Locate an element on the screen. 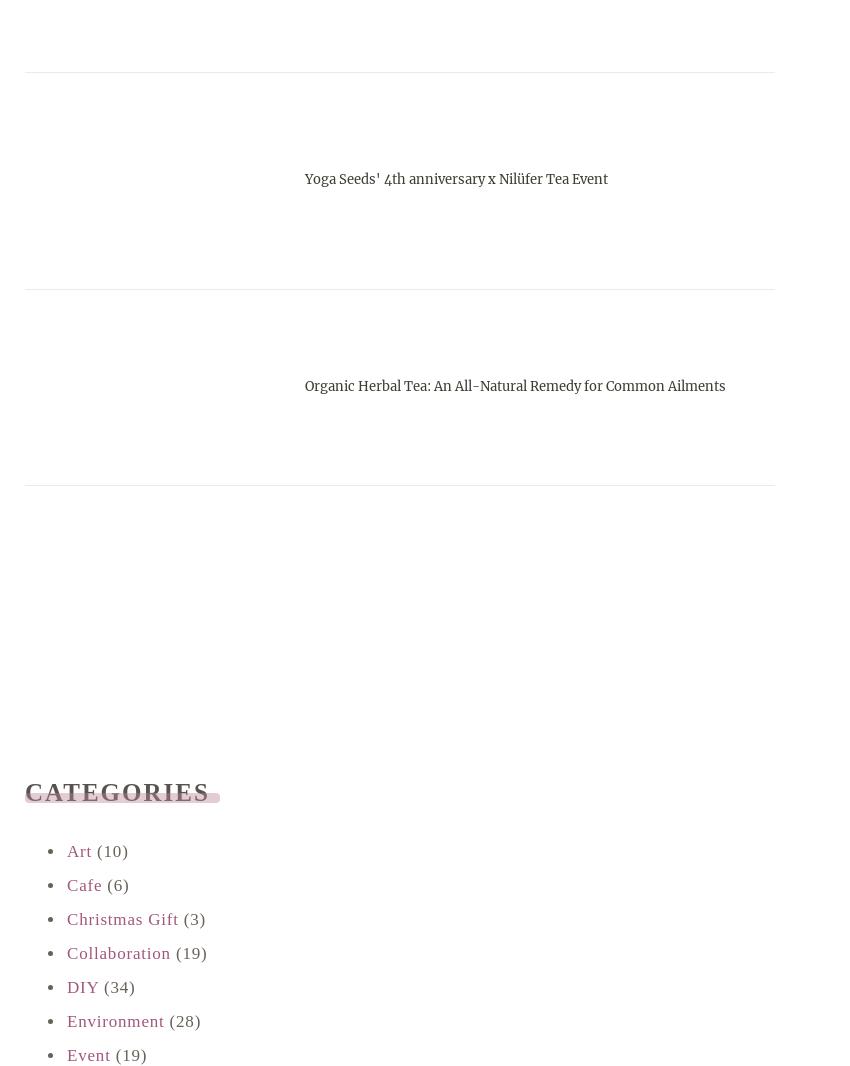 This screenshot has height=1066, width=850. 'Read Next' is located at coordinates (106, 816).